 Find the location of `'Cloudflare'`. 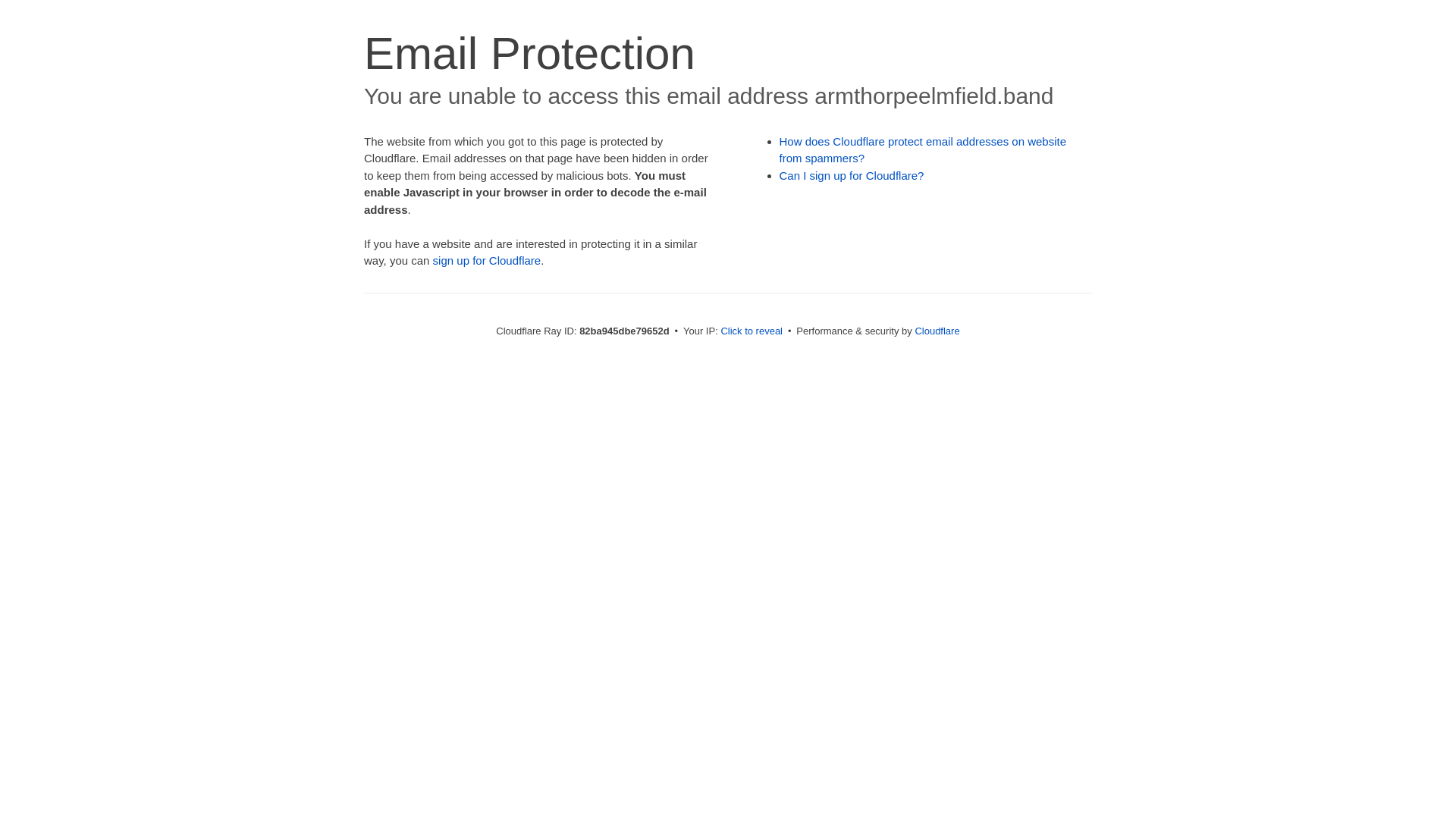

'Cloudflare' is located at coordinates (936, 330).